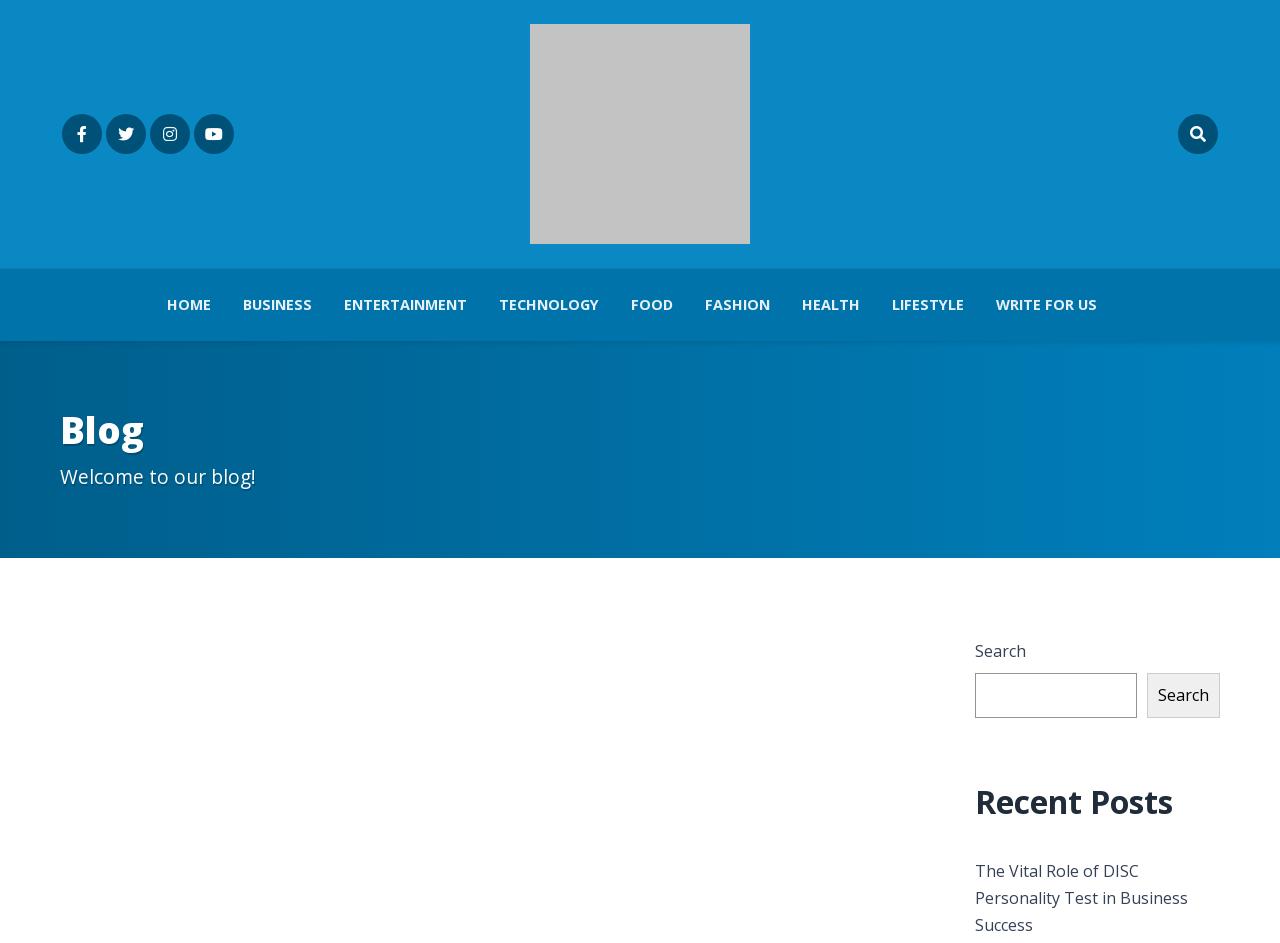 The image size is (1280, 943). I want to click on 'Lifestyle', so click(927, 303).